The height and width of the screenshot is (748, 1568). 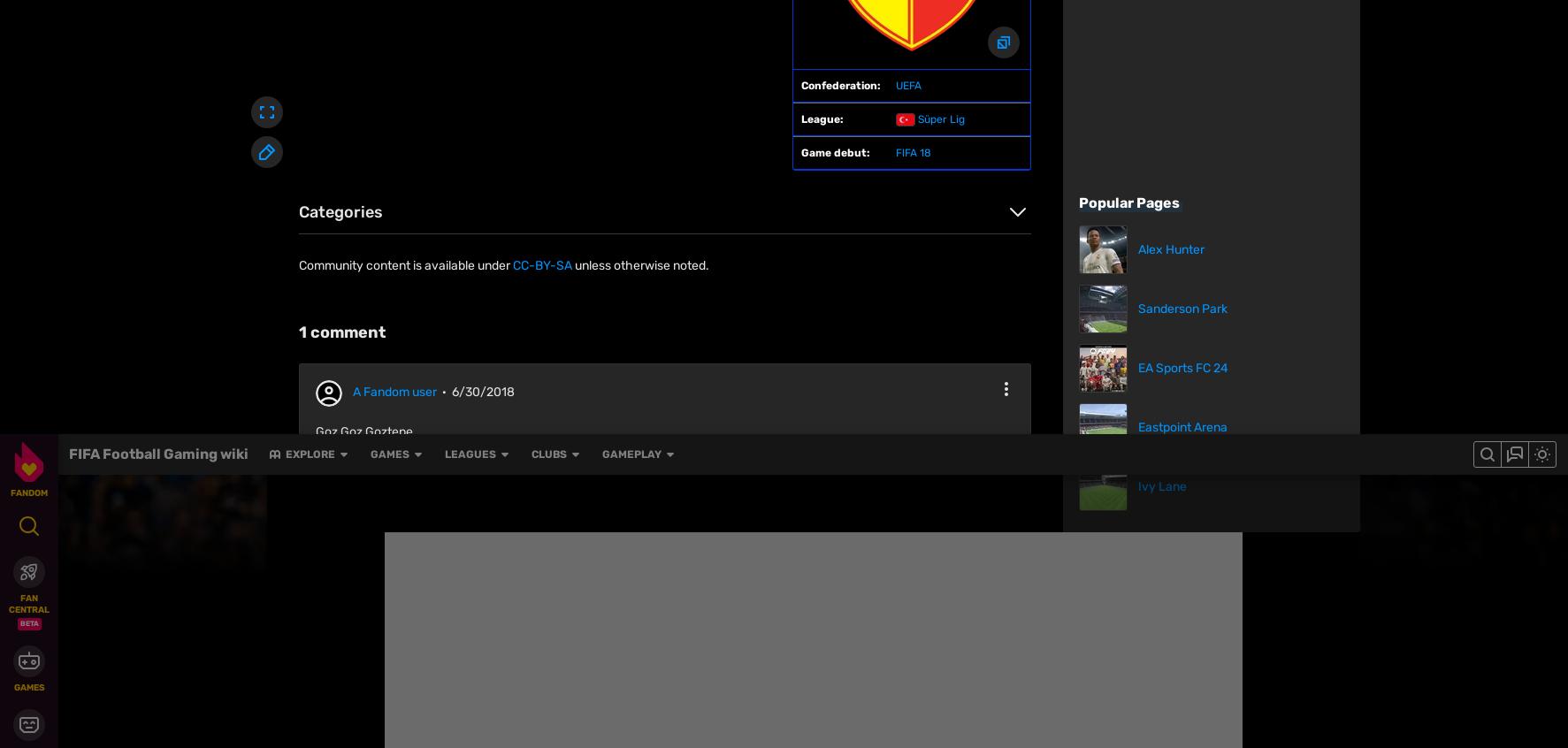 What do you see at coordinates (373, 176) in the screenshot?
I see `'Shonan Bellmare'` at bounding box center [373, 176].